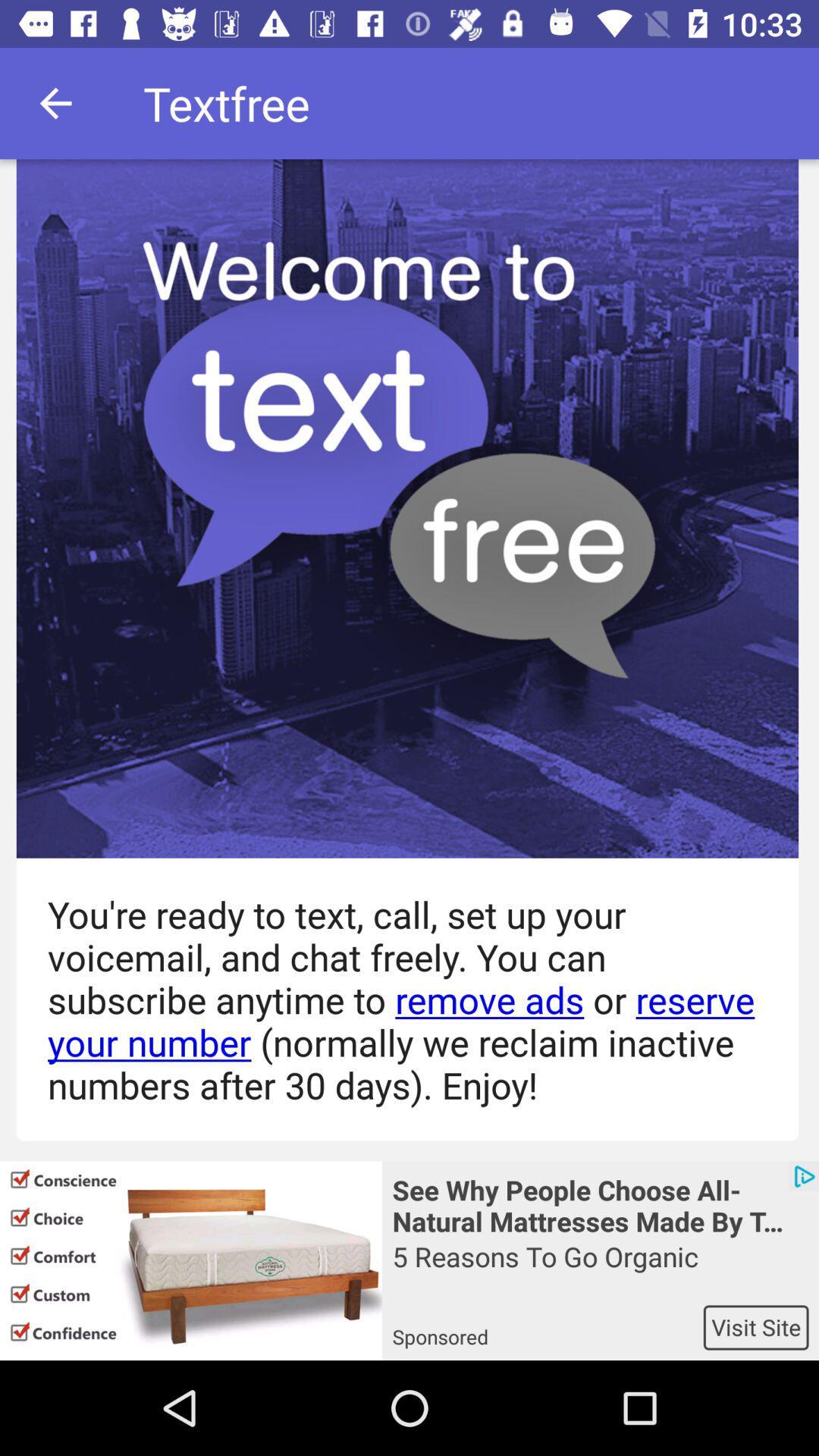 The image size is (819, 1456). What do you see at coordinates (548, 1326) in the screenshot?
I see `item to the left of visit site app` at bounding box center [548, 1326].